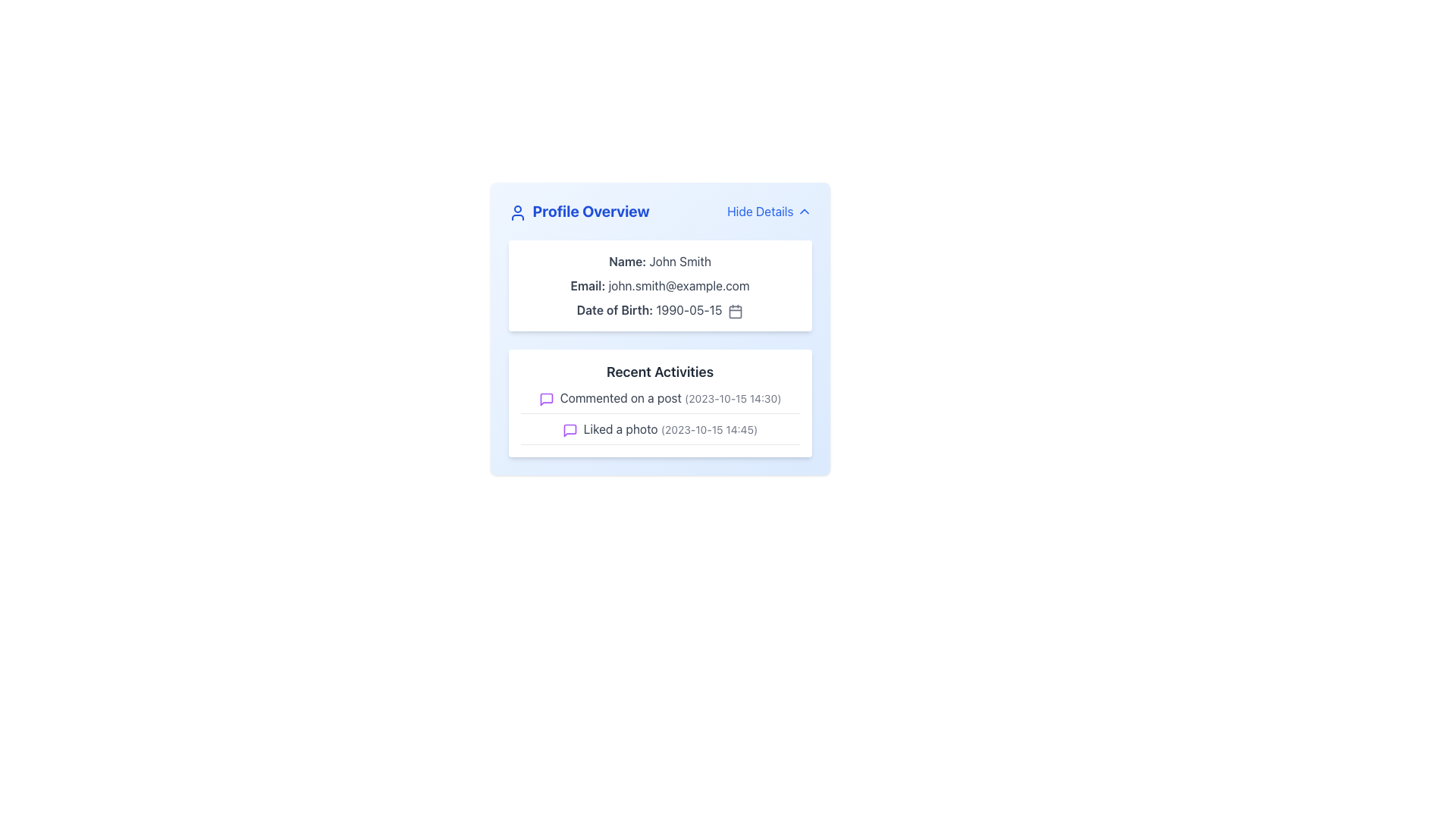 The image size is (1456, 819). I want to click on the chevron icon located to the right of the 'Hide Details' text, so click(803, 211).